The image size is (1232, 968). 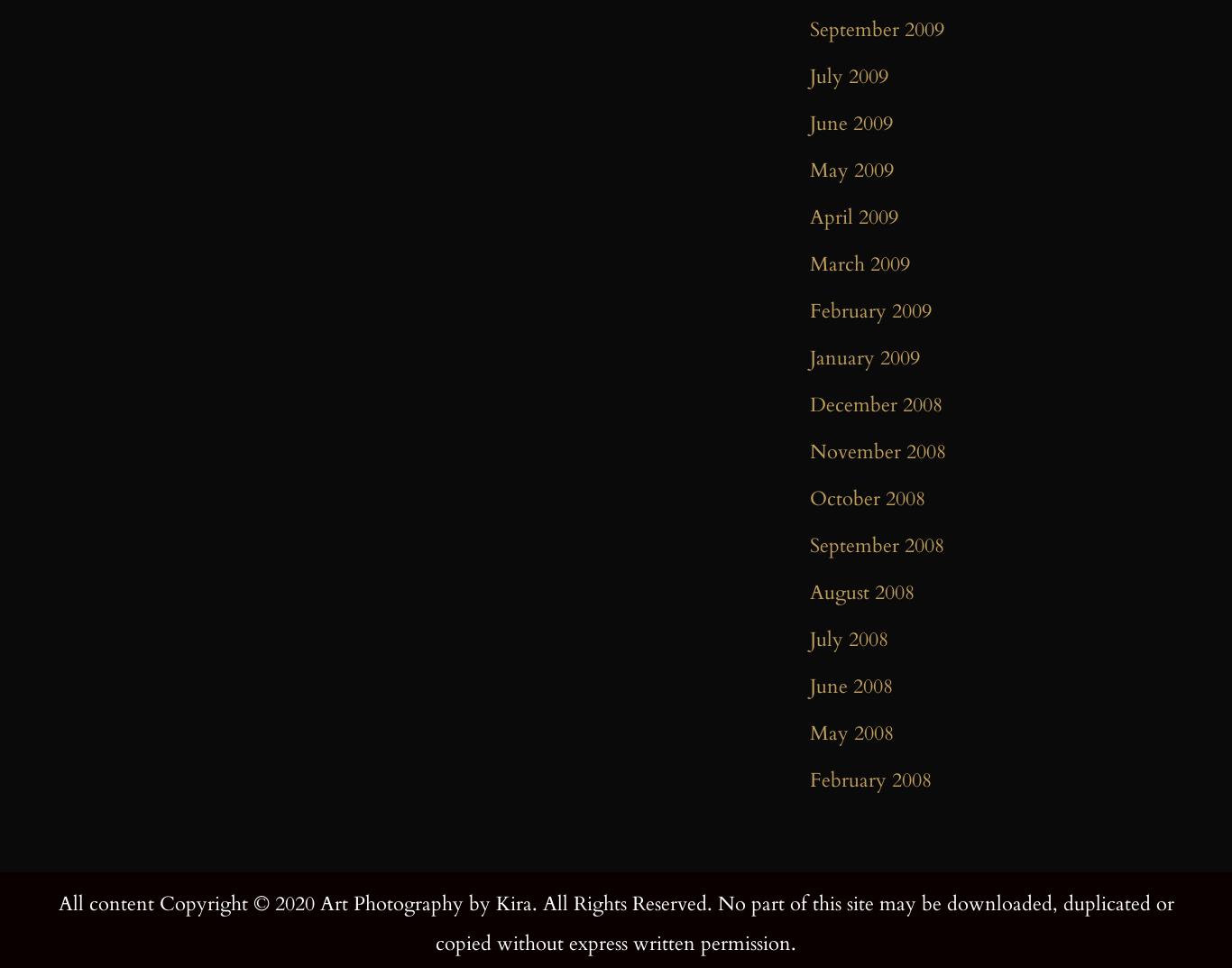 I want to click on 'October 2008', so click(x=809, y=499).